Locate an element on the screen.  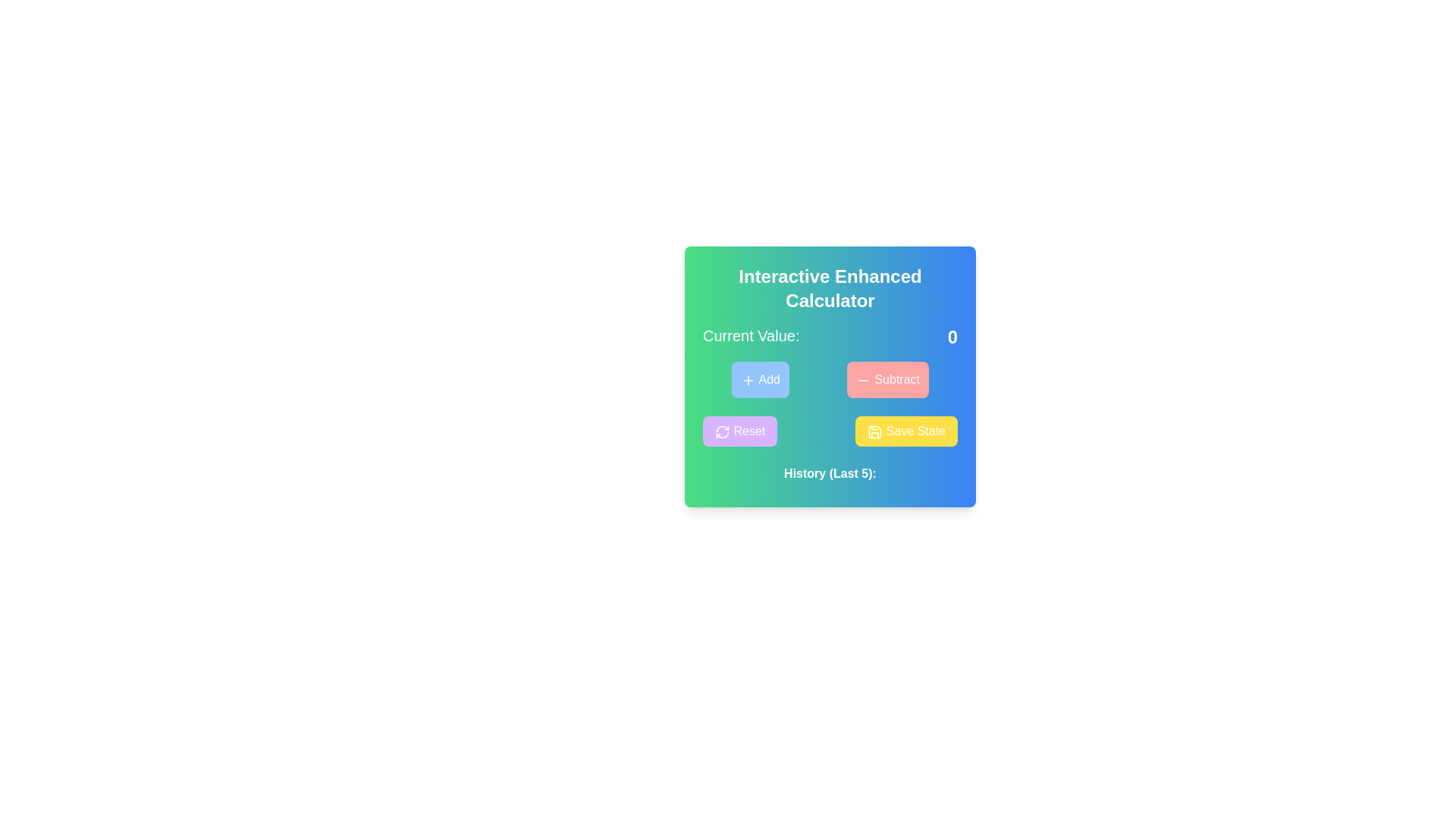
the yellow 'Save State' button with a save disk icon, located to the right of the 'Reset' button is located at coordinates (906, 431).